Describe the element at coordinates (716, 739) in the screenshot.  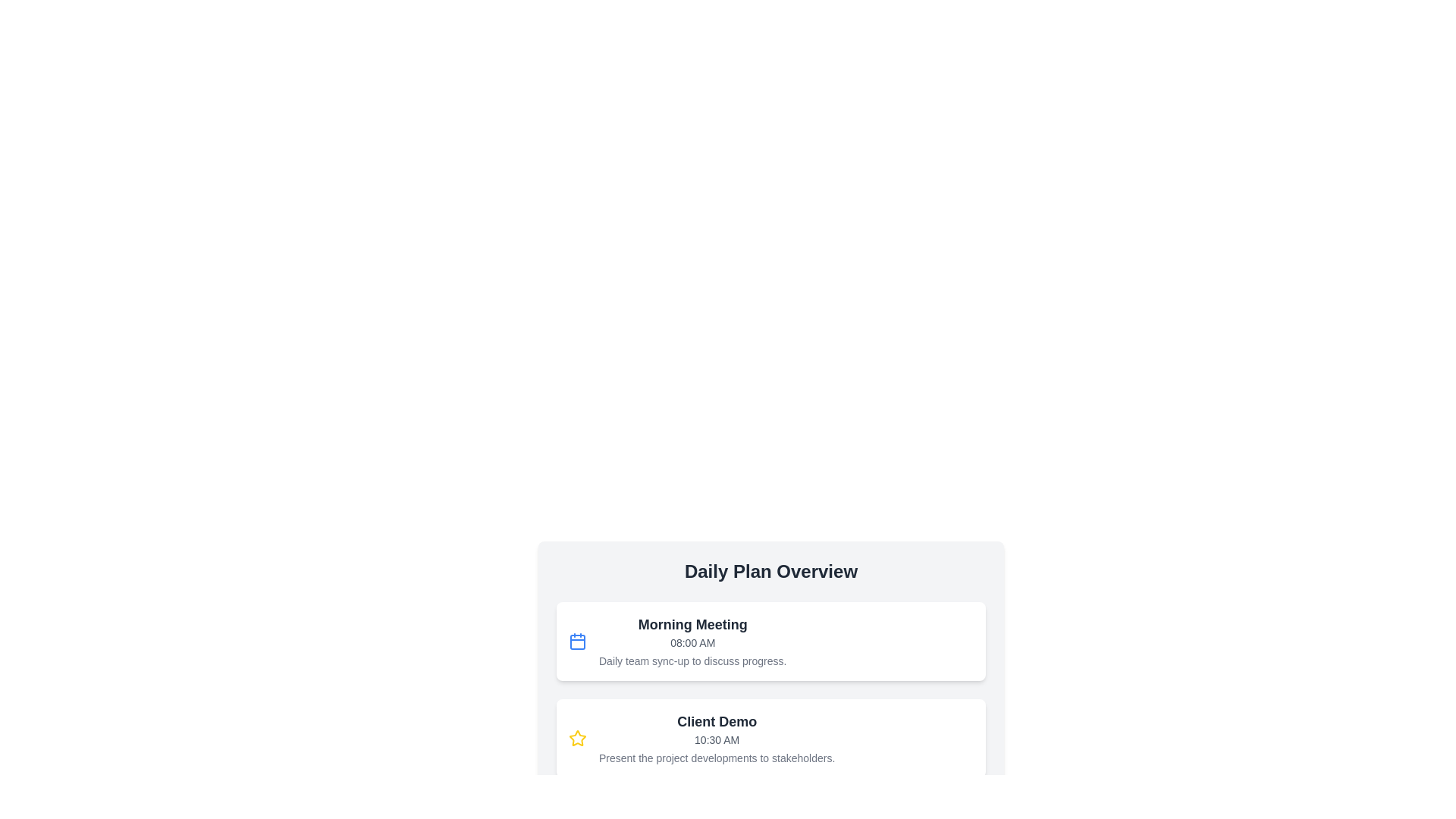
I see `the text label displaying '10:30 AM', which is in a smaller, light-gray font and positioned centrally below the title 'Client Demo'` at that location.